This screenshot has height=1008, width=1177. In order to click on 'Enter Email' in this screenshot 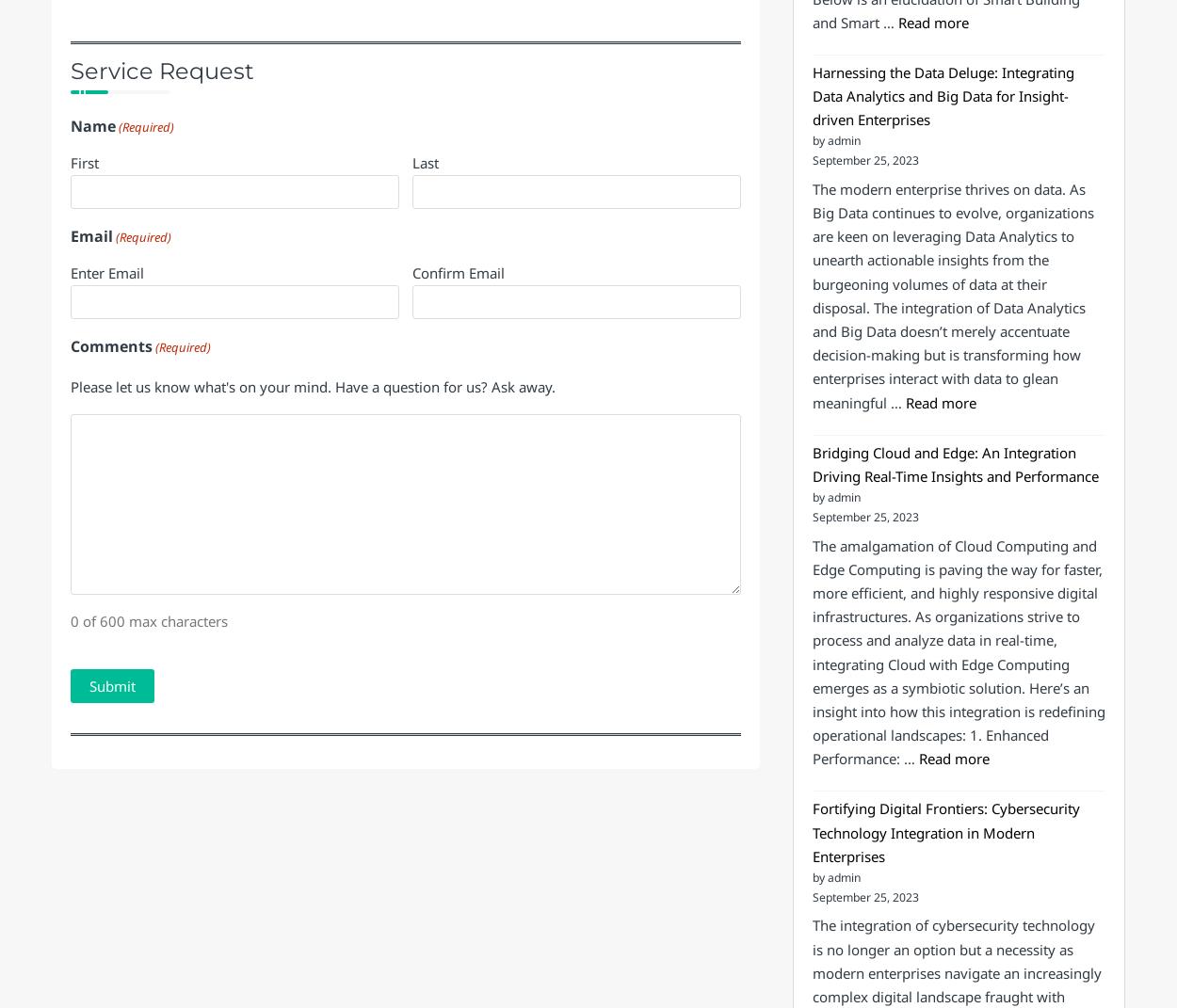, I will do `click(106, 427)`.